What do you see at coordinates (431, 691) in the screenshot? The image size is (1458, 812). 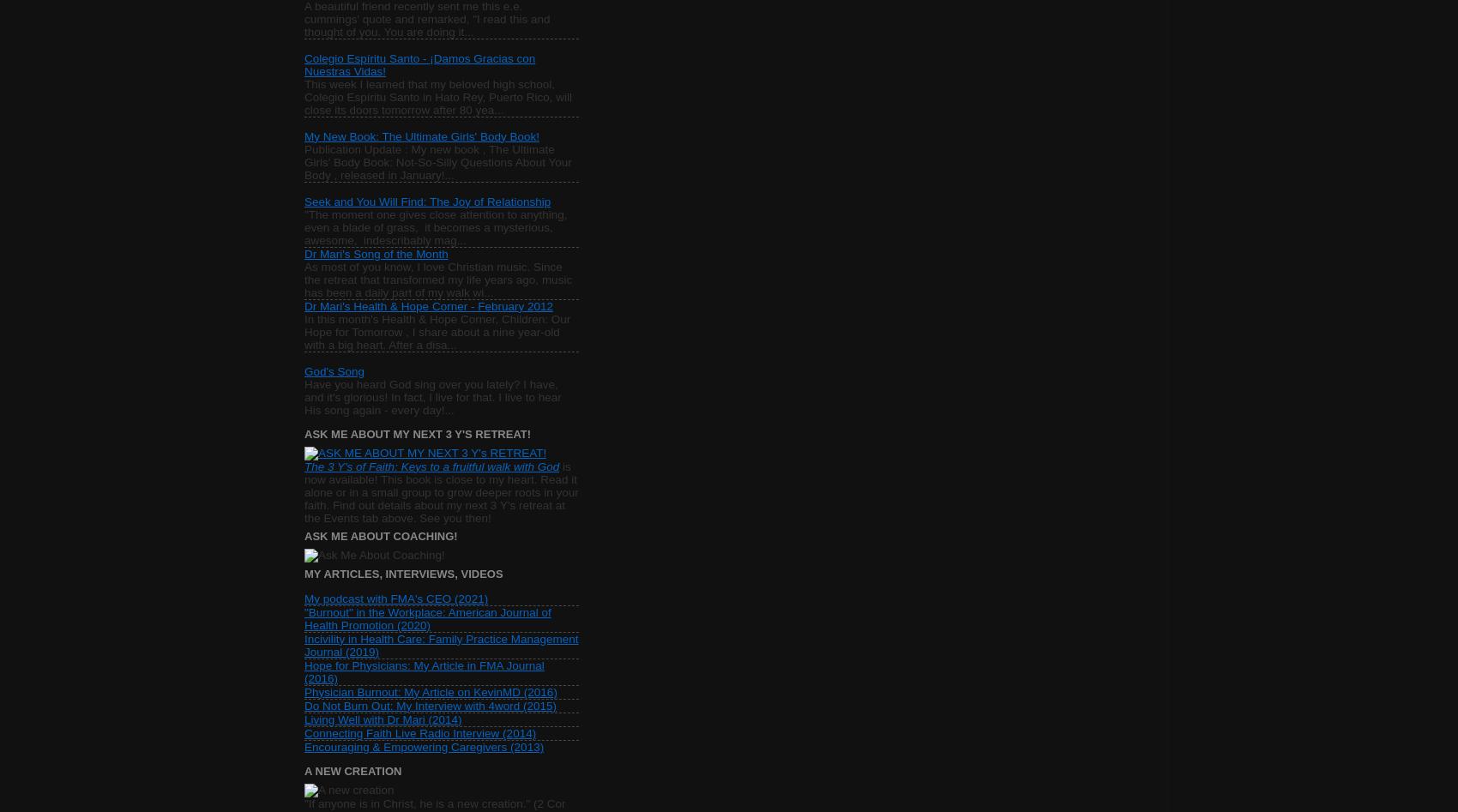 I see `'Physician Burnout: My Article on KevinMD (2016)'` at bounding box center [431, 691].